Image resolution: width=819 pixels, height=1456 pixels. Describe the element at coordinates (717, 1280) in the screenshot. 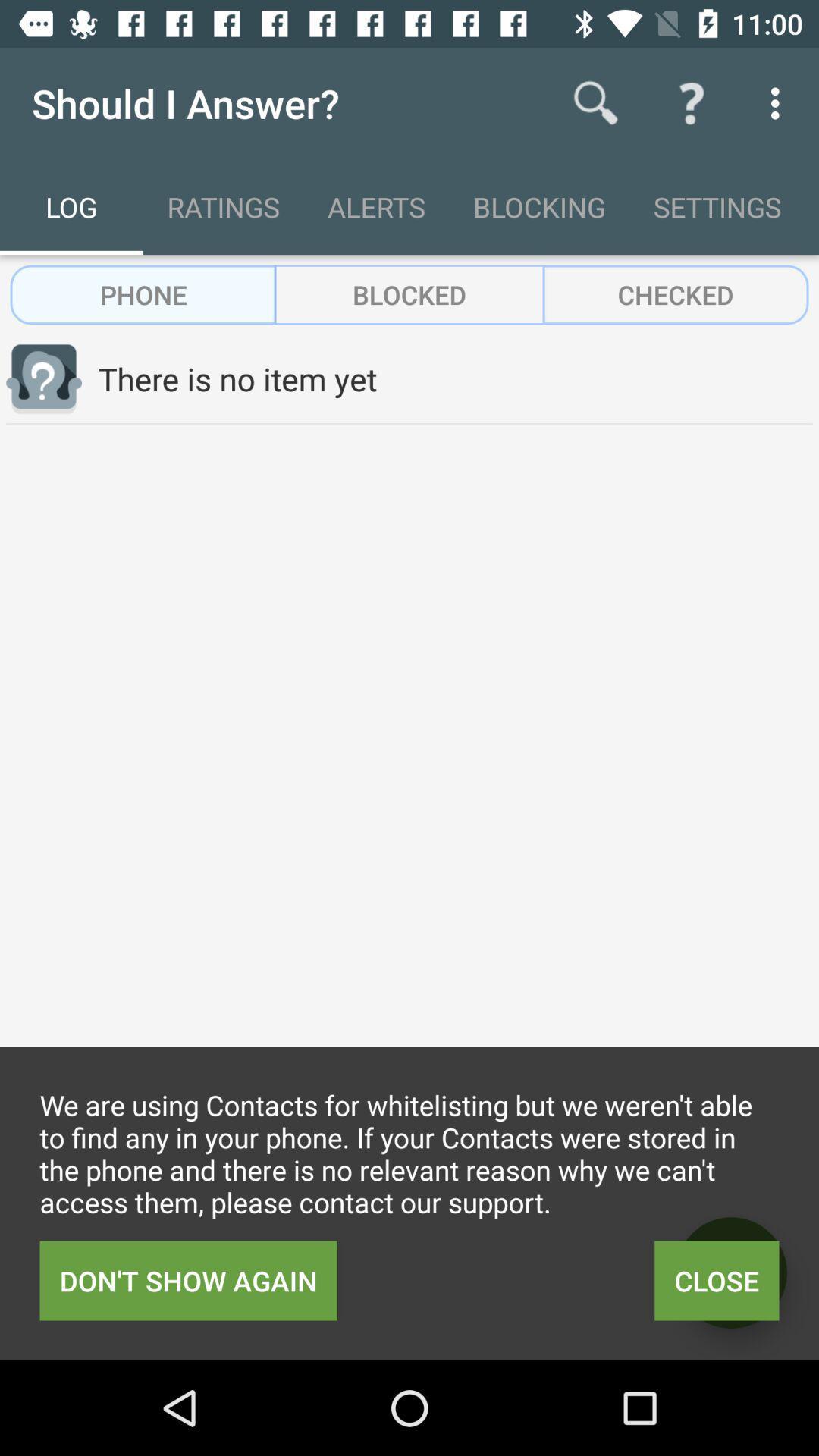

I see `item to the right of don t show icon` at that location.